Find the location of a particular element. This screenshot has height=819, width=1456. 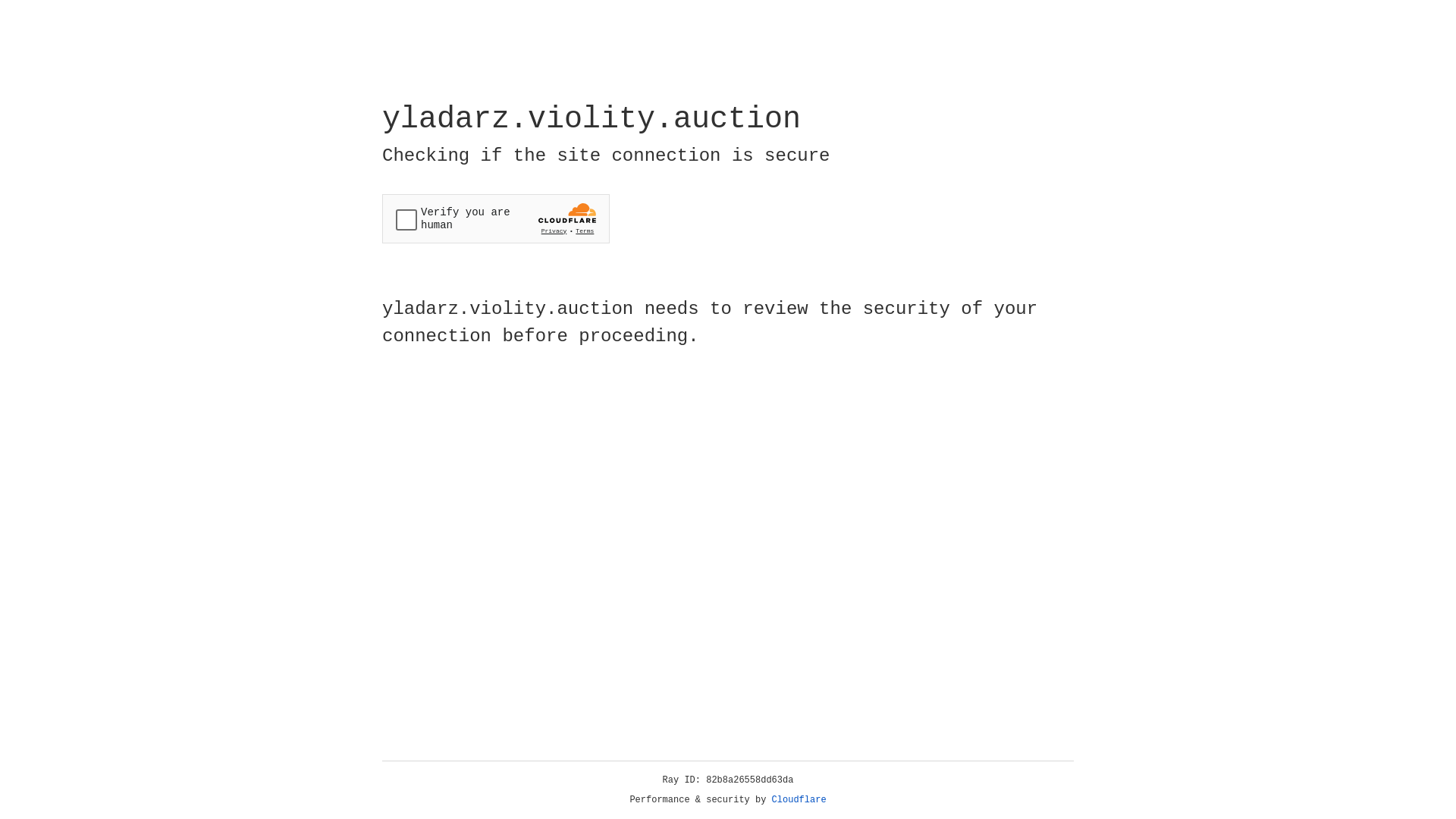

'Cloudflare' is located at coordinates (799, 799).